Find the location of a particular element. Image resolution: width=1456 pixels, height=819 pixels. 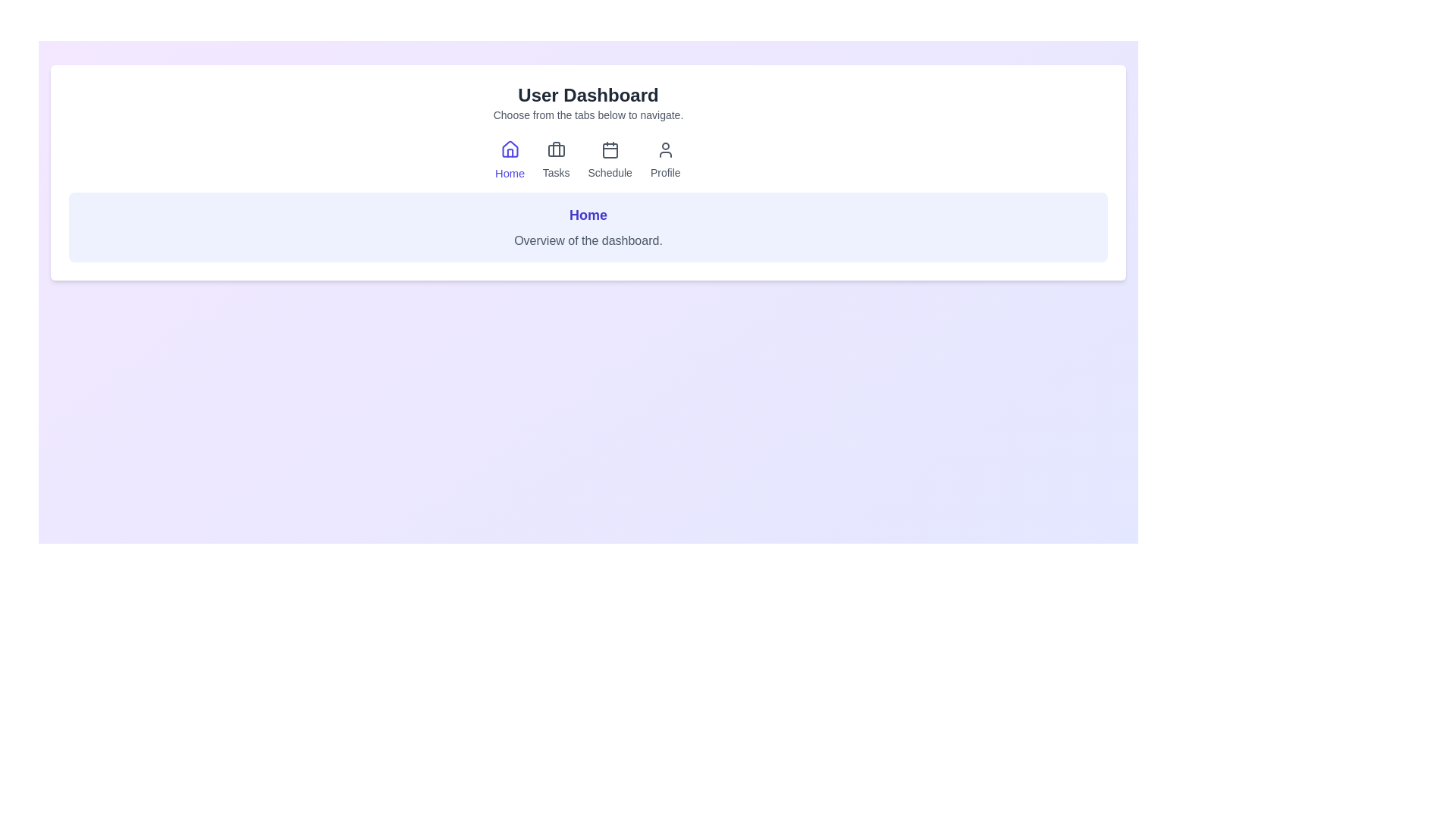

SVG shape within the second icon from the left in the toolbar, which represents 'Tasks' or 'Briefcase', for design purposes is located at coordinates (555, 151).